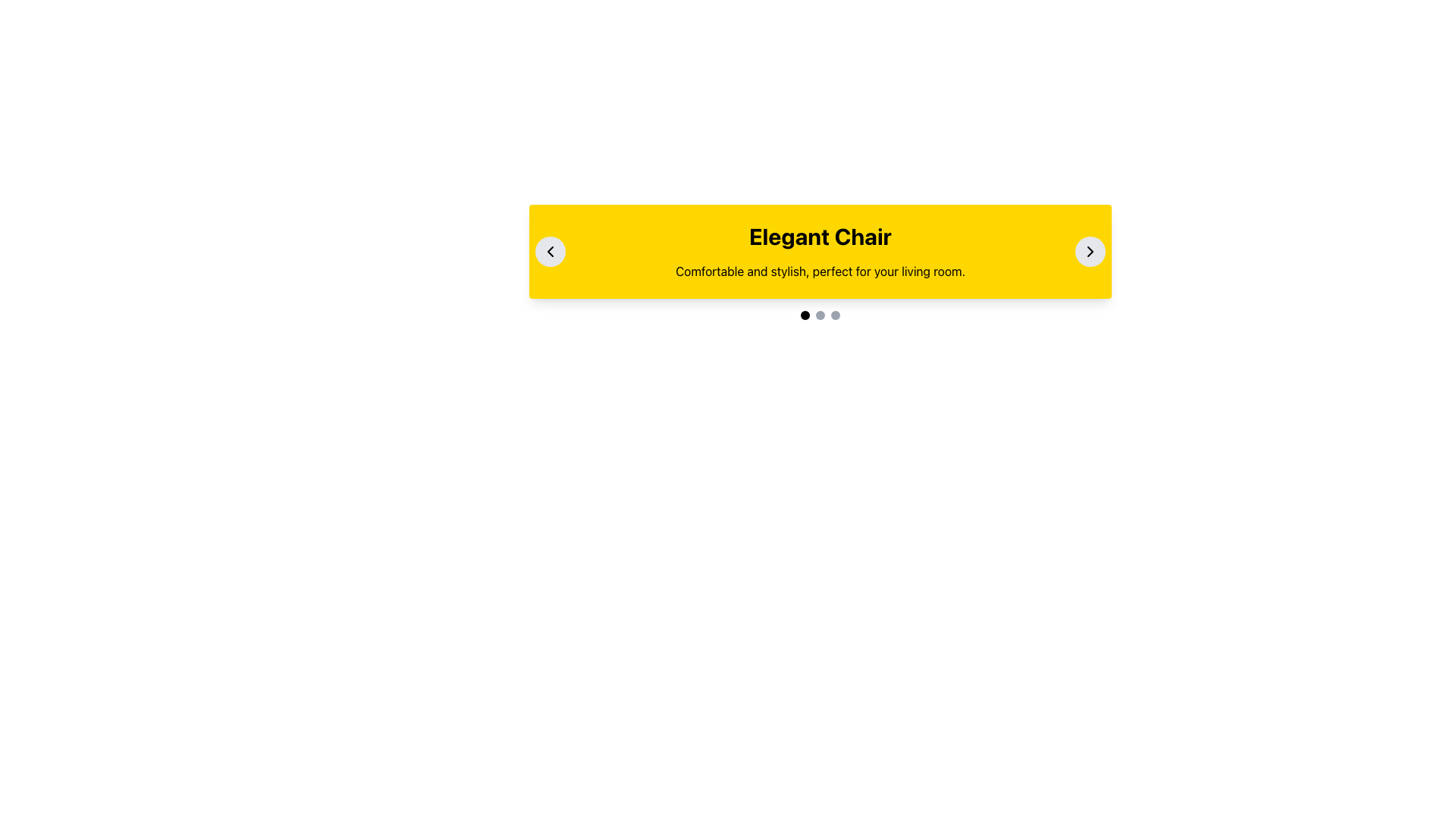 The image size is (1456, 819). I want to click on the left-facing chevron icon within the circular button on the yellow card labeled 'Elegant Chair' to trigger hover effects, so click(549, 250).